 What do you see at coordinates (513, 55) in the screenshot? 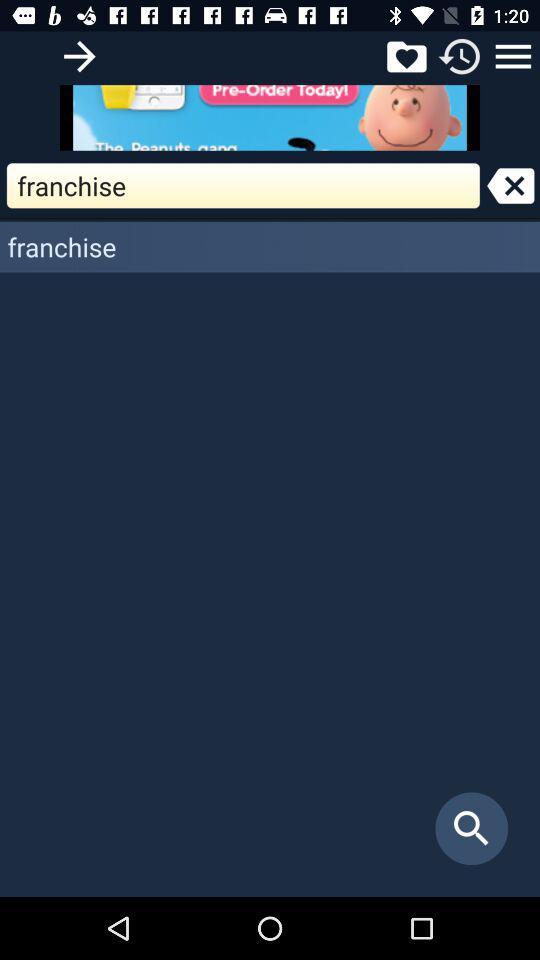
I see `see full menu` at bounding box center [513, 55].